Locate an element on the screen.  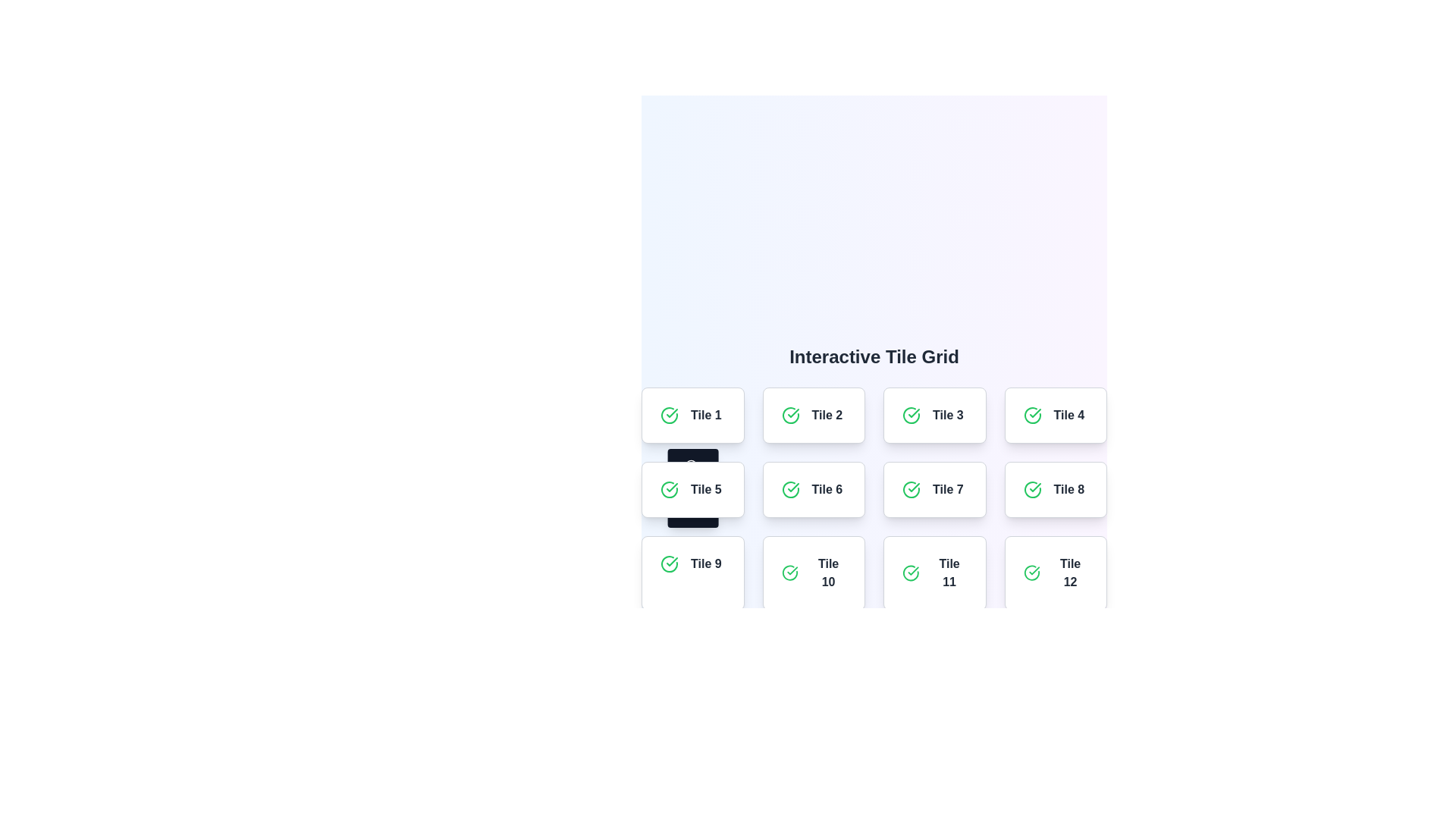
the status indicator icon for 'Tile 4', located to the left of its label in the top right section of the grid is located at coordinates (1031, 415).